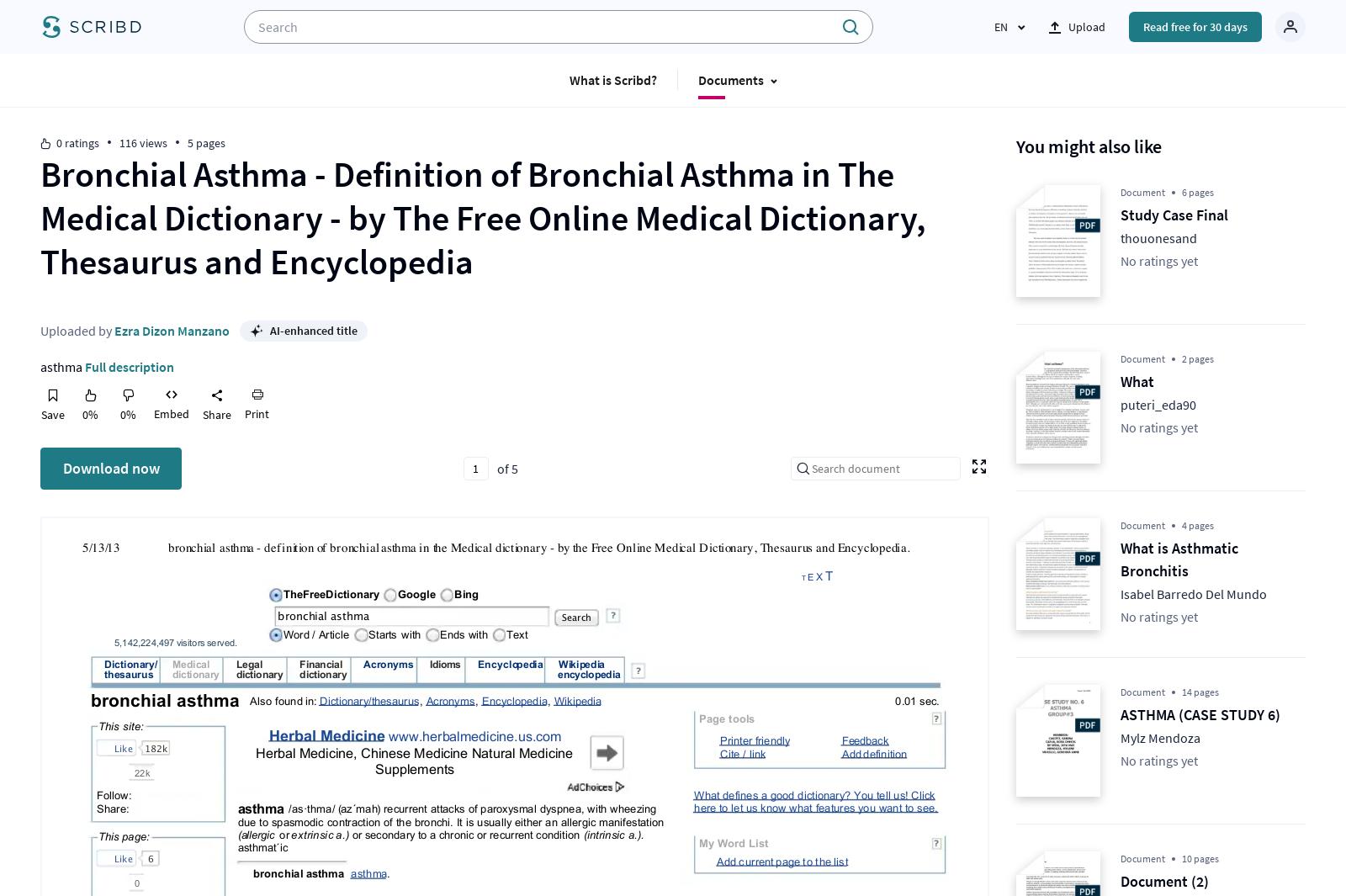 The width and height of the screenshot is (1346, 896). Describe the element at coordinates (482, 217) in the screenshot. I see `'Bronchial Asthma - Definition of Bronchial Asthma in The Medical Dictionary - by The Free Online Medical Dictionary, Thesaurus and Encyclopedia'` at that location.